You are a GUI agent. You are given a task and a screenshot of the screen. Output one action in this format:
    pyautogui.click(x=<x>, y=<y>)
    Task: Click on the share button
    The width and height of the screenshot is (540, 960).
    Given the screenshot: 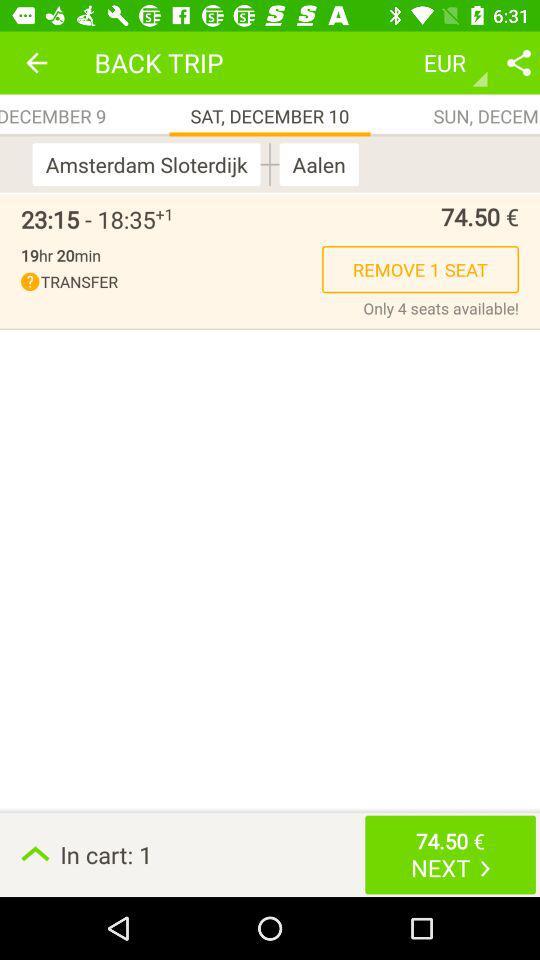 What is the action you would take?
    pyautogui.click(x=518, y=62)
    